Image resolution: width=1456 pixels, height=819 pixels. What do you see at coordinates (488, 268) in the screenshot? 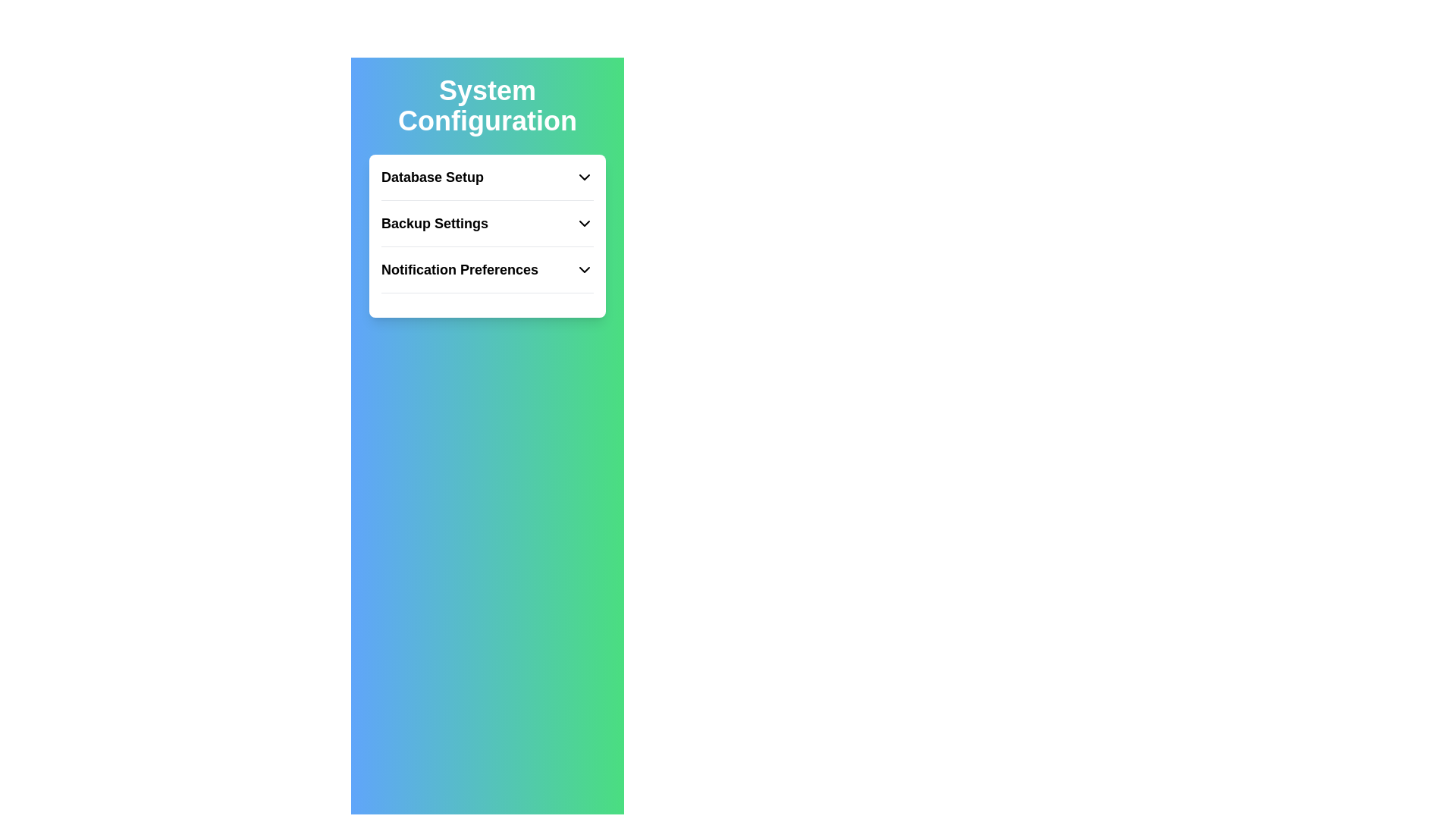
I see `'Notification Preferences' collapsible section header by clicking on it to reveal additional options` at bounding box center [488, 268].